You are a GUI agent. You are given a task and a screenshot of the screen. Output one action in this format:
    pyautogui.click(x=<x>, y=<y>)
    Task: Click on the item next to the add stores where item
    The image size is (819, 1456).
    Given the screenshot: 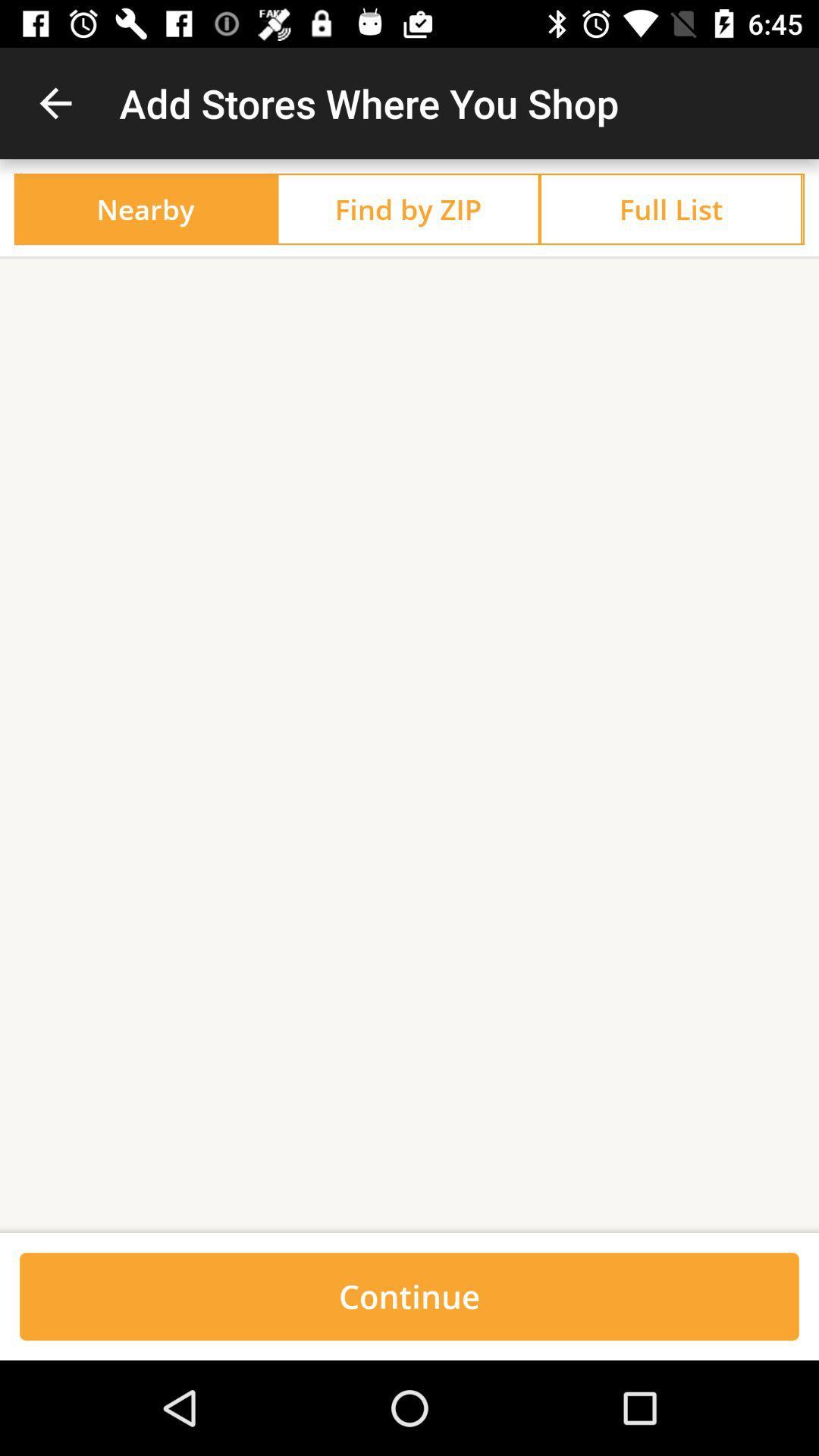 What is the action you would take?
    pyautogui.click(x=55, y=102)
    